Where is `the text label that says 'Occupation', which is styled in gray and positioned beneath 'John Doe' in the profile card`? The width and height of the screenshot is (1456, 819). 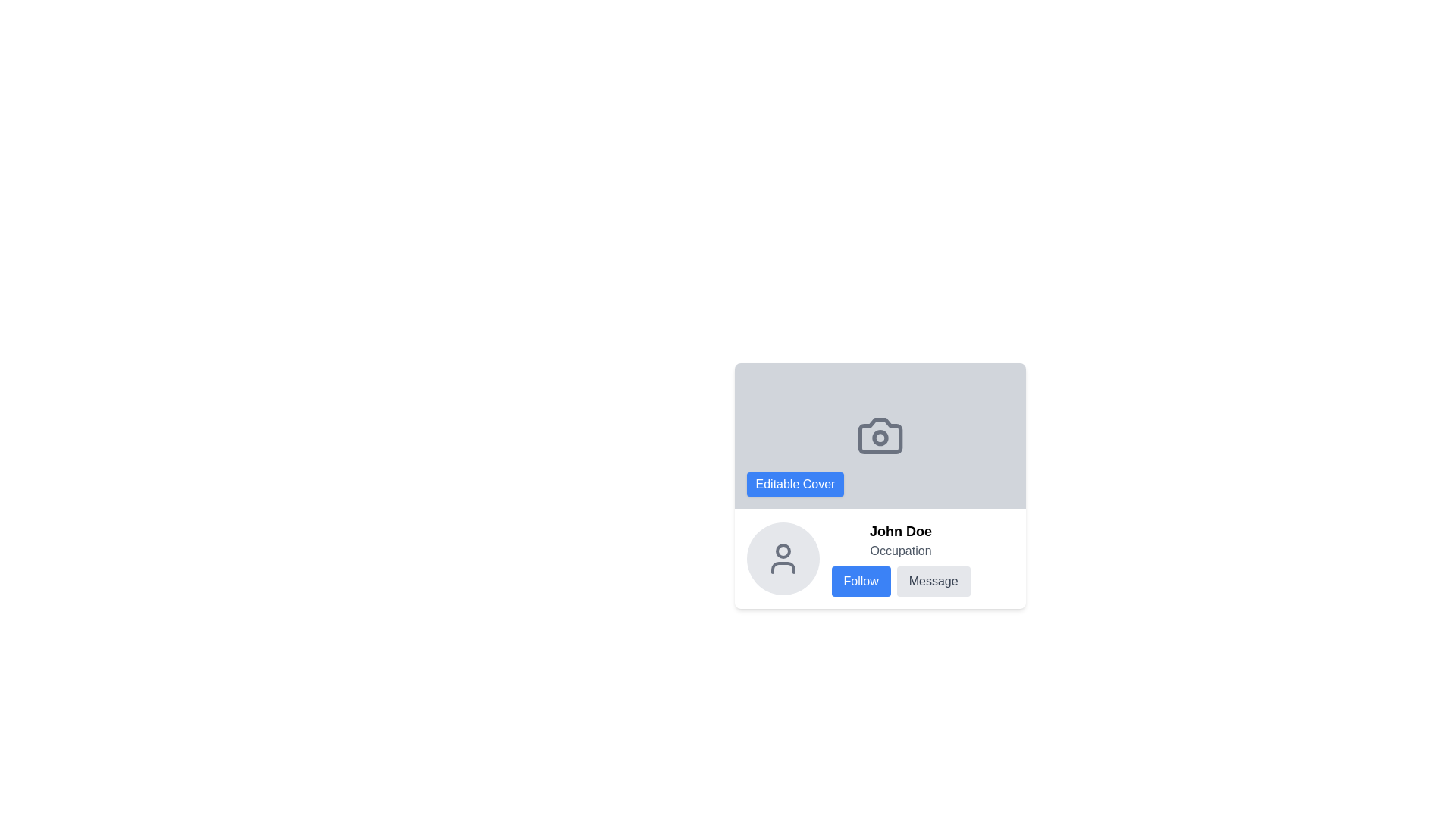
the text label that says 'Occupation', which is styled in gray and positioned beneath 'John Doe' in the profile card is located at coordinates (901, 551).